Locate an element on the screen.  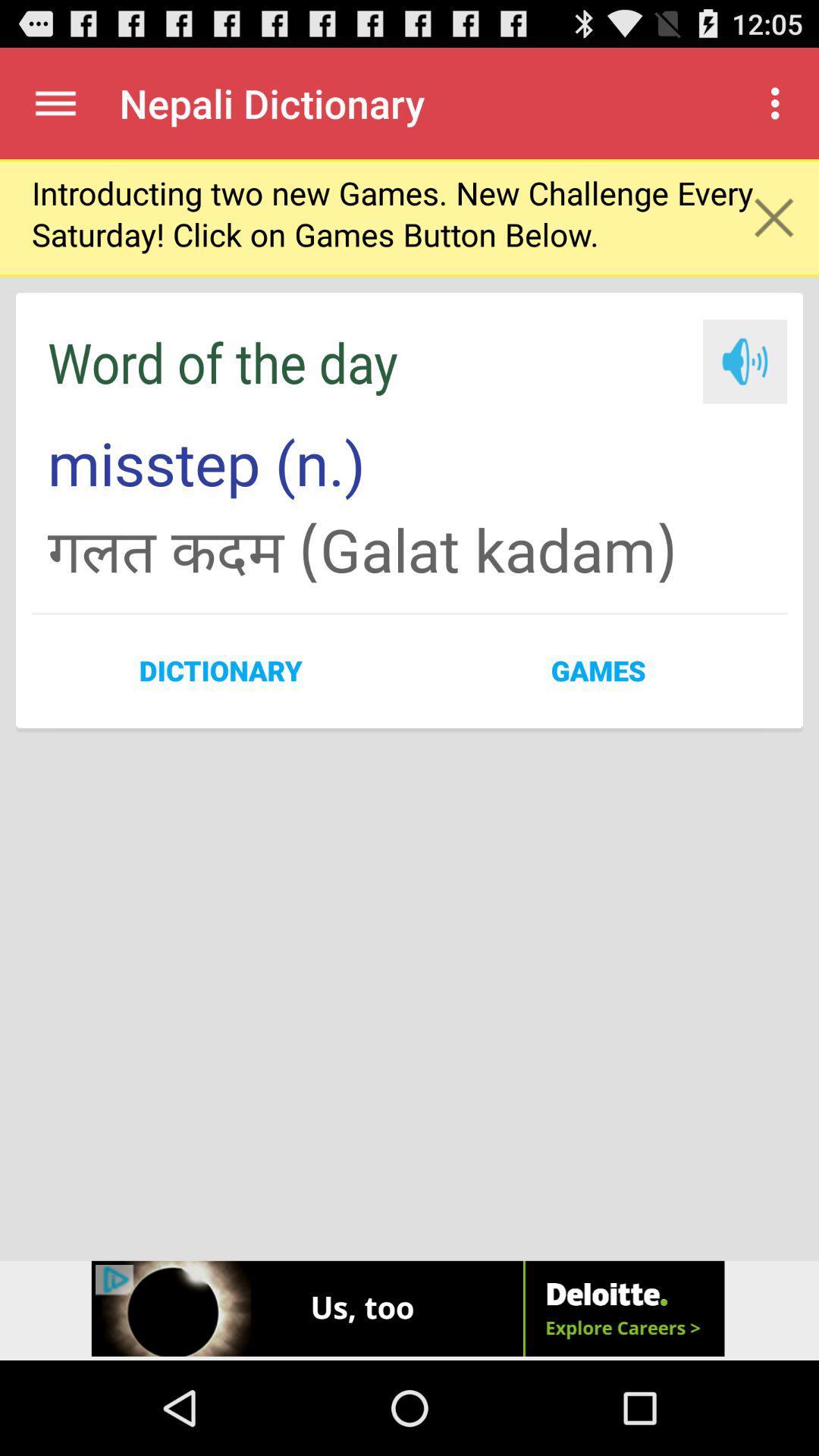
the close icon is located at coordinates (773, 232).